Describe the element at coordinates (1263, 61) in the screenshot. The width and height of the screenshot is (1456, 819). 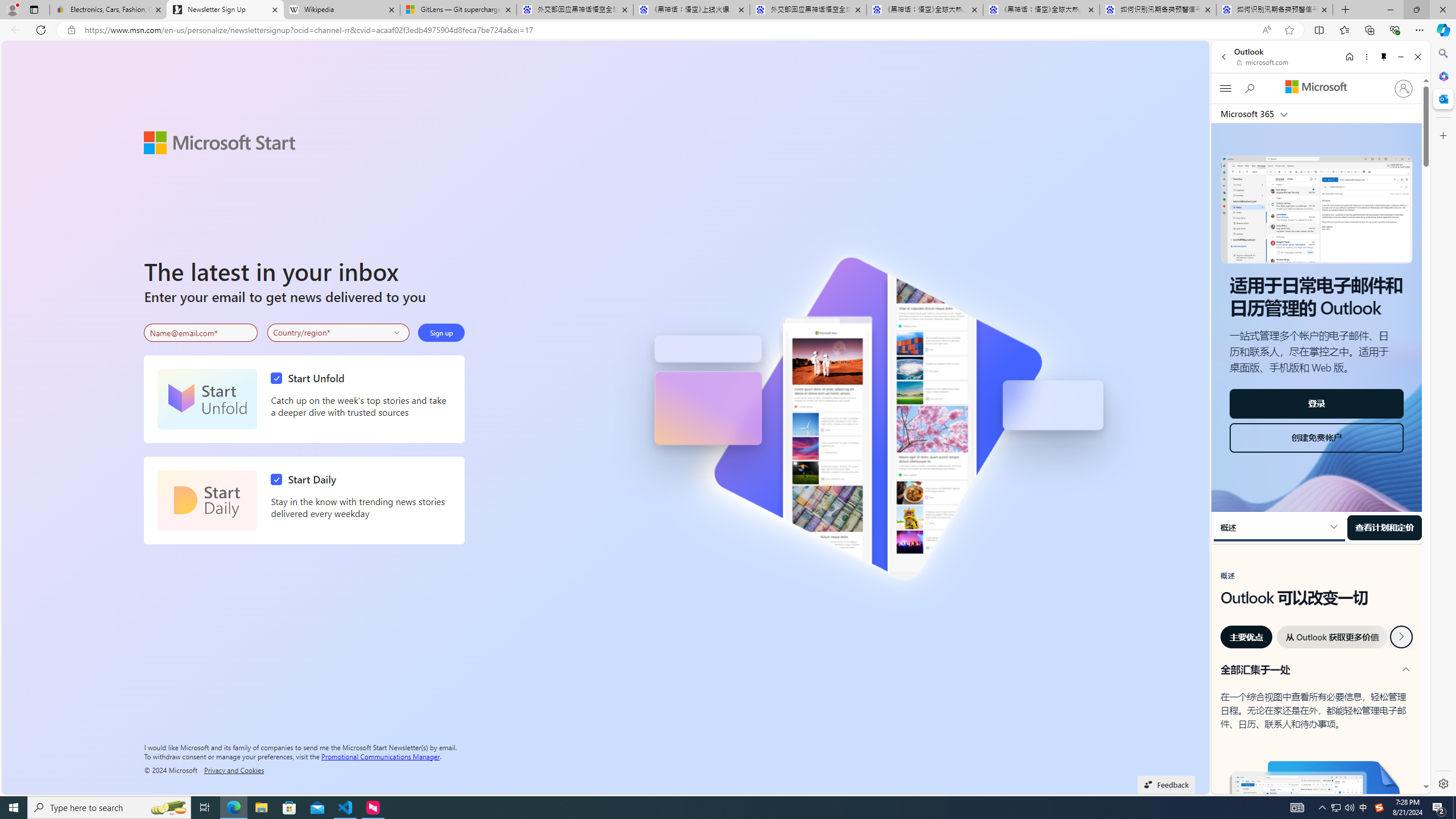
I see `'microsoft.com'` at that location.